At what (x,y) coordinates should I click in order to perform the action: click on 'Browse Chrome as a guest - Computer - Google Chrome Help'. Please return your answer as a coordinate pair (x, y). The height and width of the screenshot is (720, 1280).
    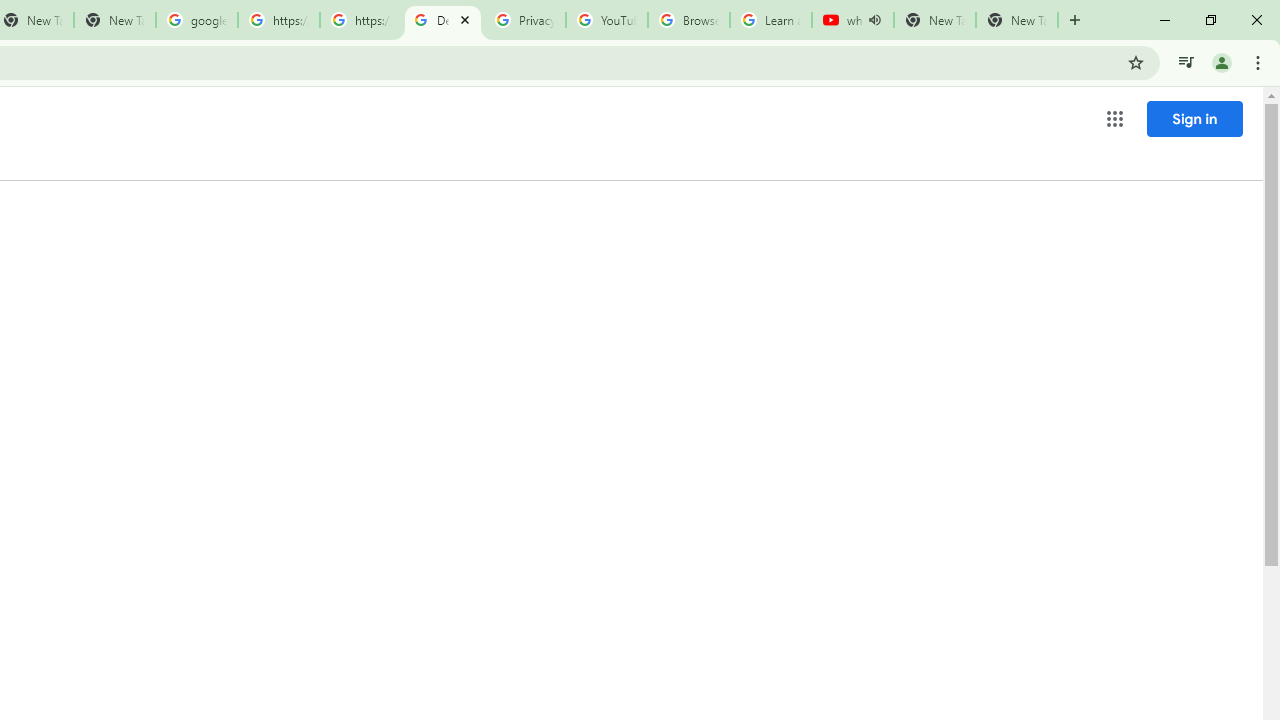
    Looking at the image, I should click on (688, 20).